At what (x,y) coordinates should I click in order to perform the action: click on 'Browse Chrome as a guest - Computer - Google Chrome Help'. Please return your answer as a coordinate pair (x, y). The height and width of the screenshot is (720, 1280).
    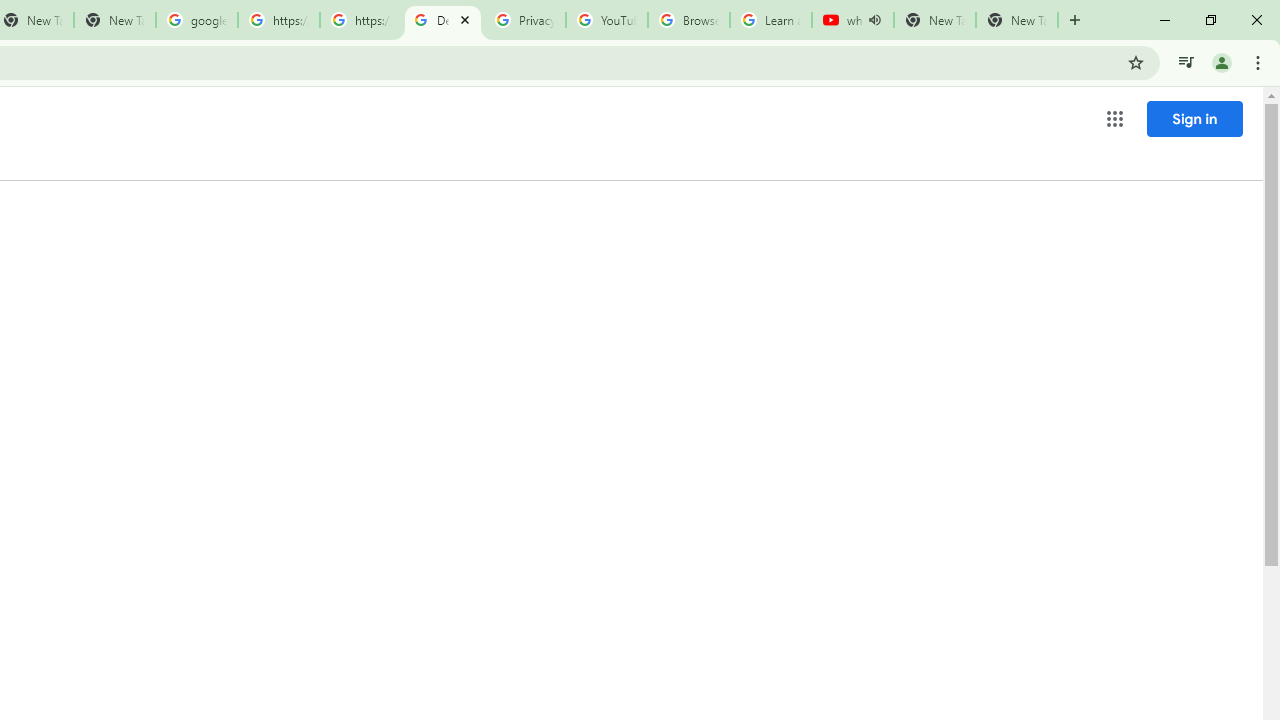
    Looking at the image, I should click on (688, 20).